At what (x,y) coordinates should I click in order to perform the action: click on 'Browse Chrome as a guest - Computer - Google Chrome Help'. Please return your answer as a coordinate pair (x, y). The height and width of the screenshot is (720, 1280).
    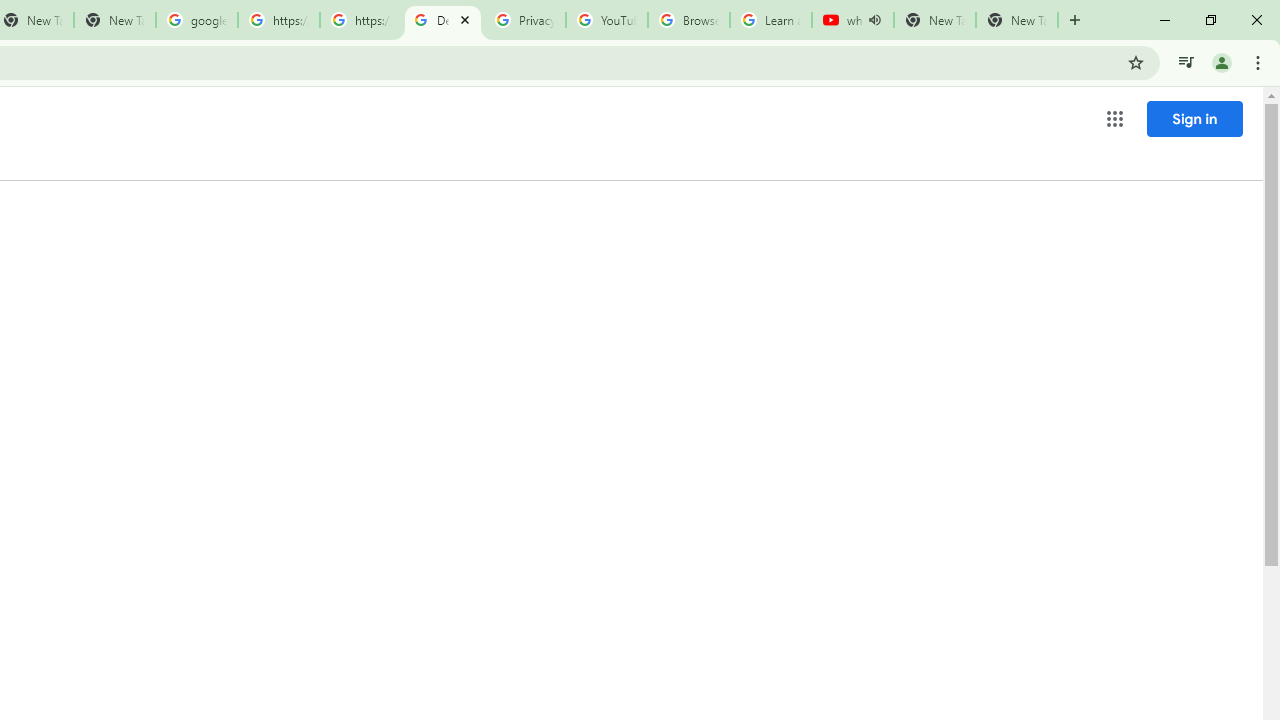
    Looking at the image, I should click on (688, 20).